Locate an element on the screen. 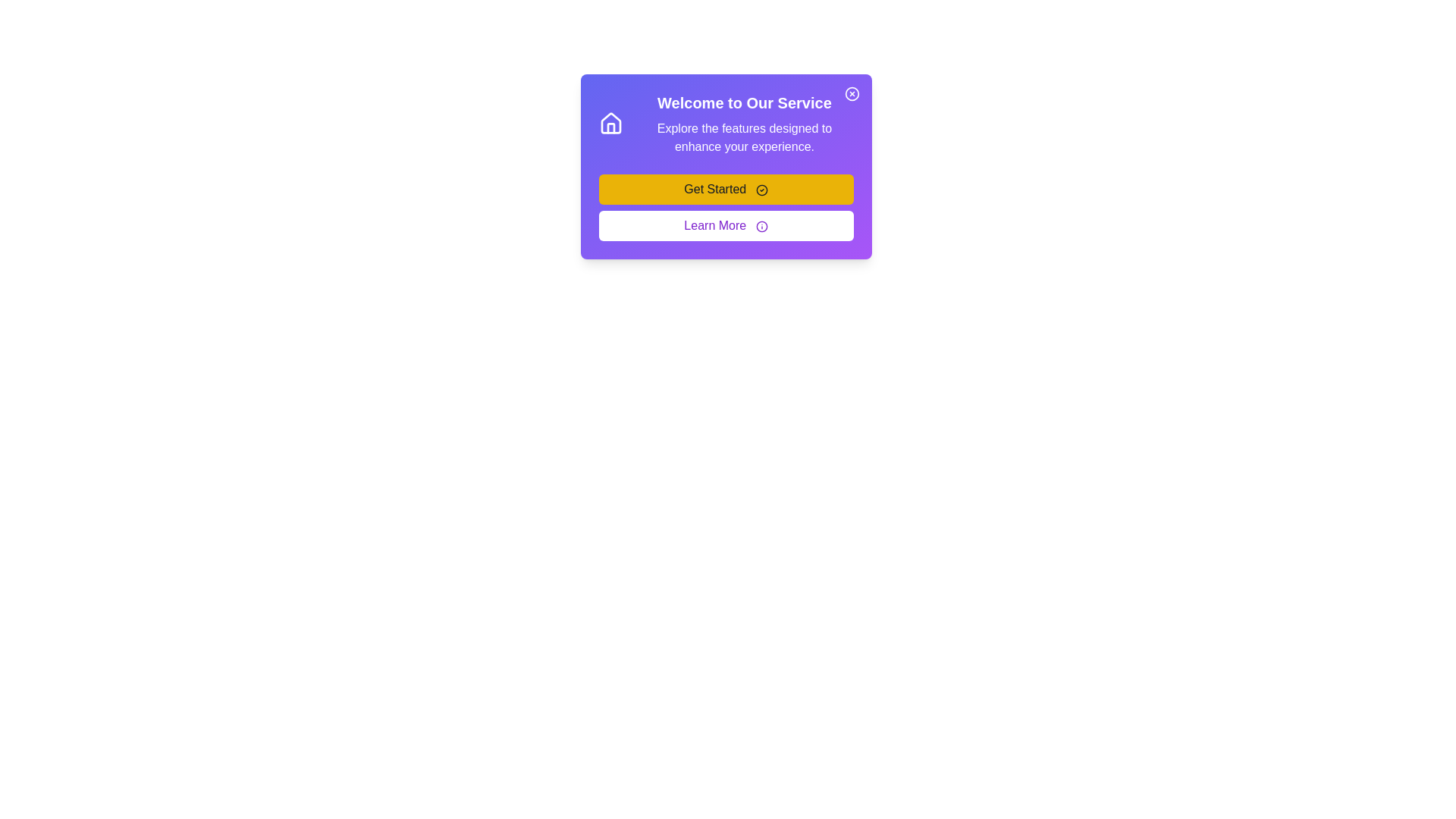  the static text description located below the 'Welcome to Our Service' heading, which provides additional context about the service is located at coordinates (744, 137).